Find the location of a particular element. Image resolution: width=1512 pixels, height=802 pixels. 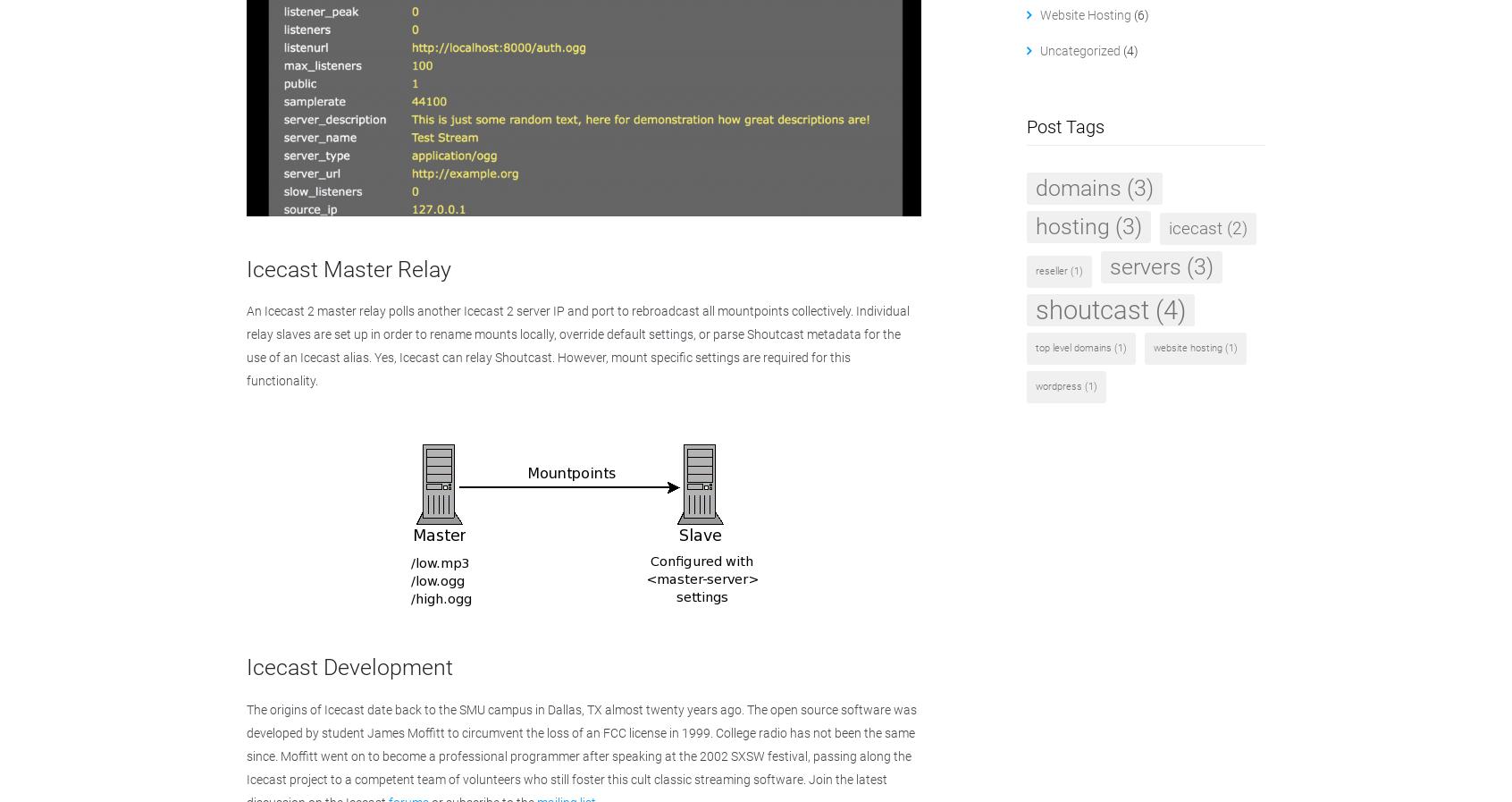

'Post Tags' is located at coordinates (1063, 125).